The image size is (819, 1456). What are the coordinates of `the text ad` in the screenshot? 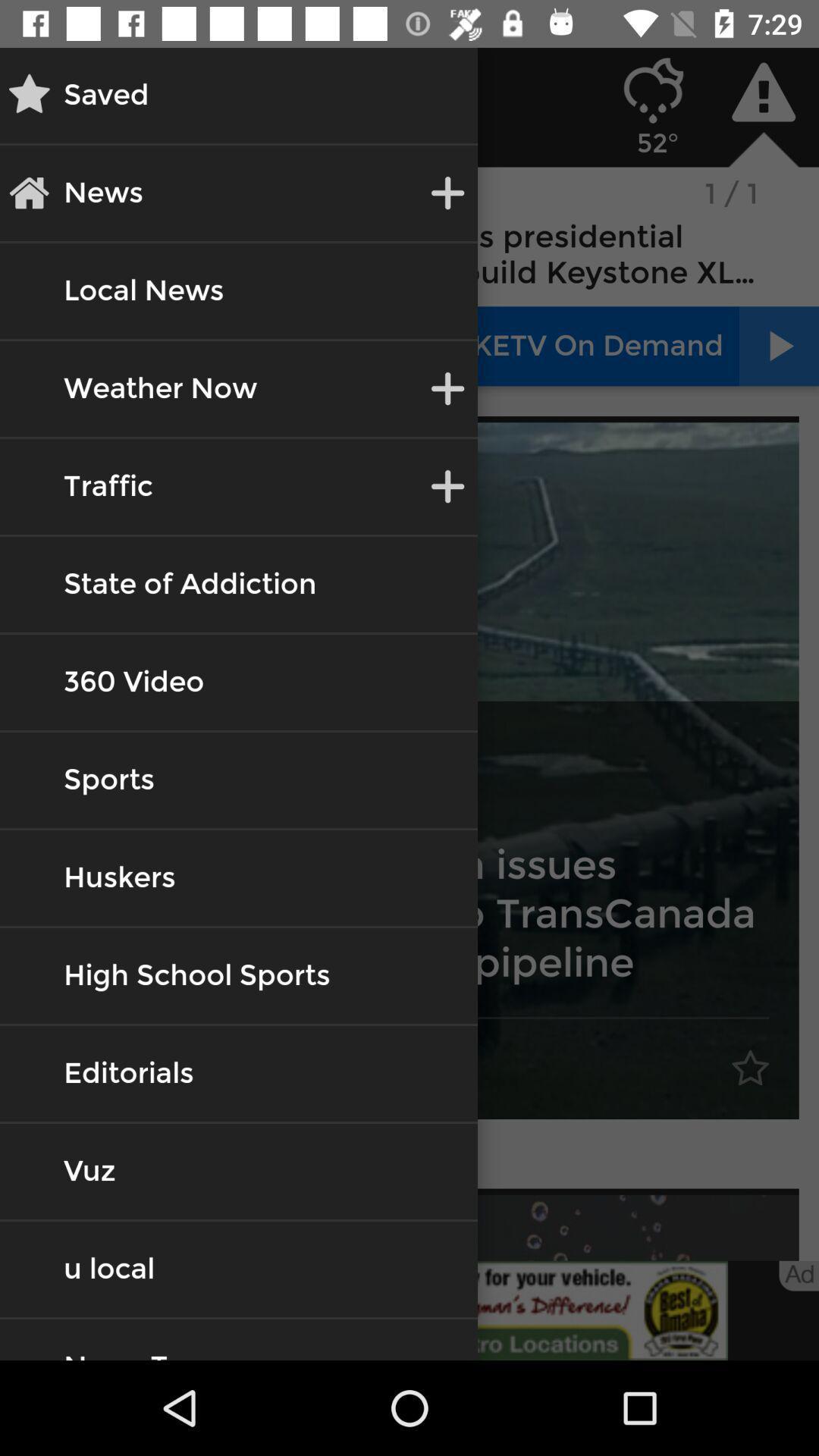 It's located at (798, 1276).